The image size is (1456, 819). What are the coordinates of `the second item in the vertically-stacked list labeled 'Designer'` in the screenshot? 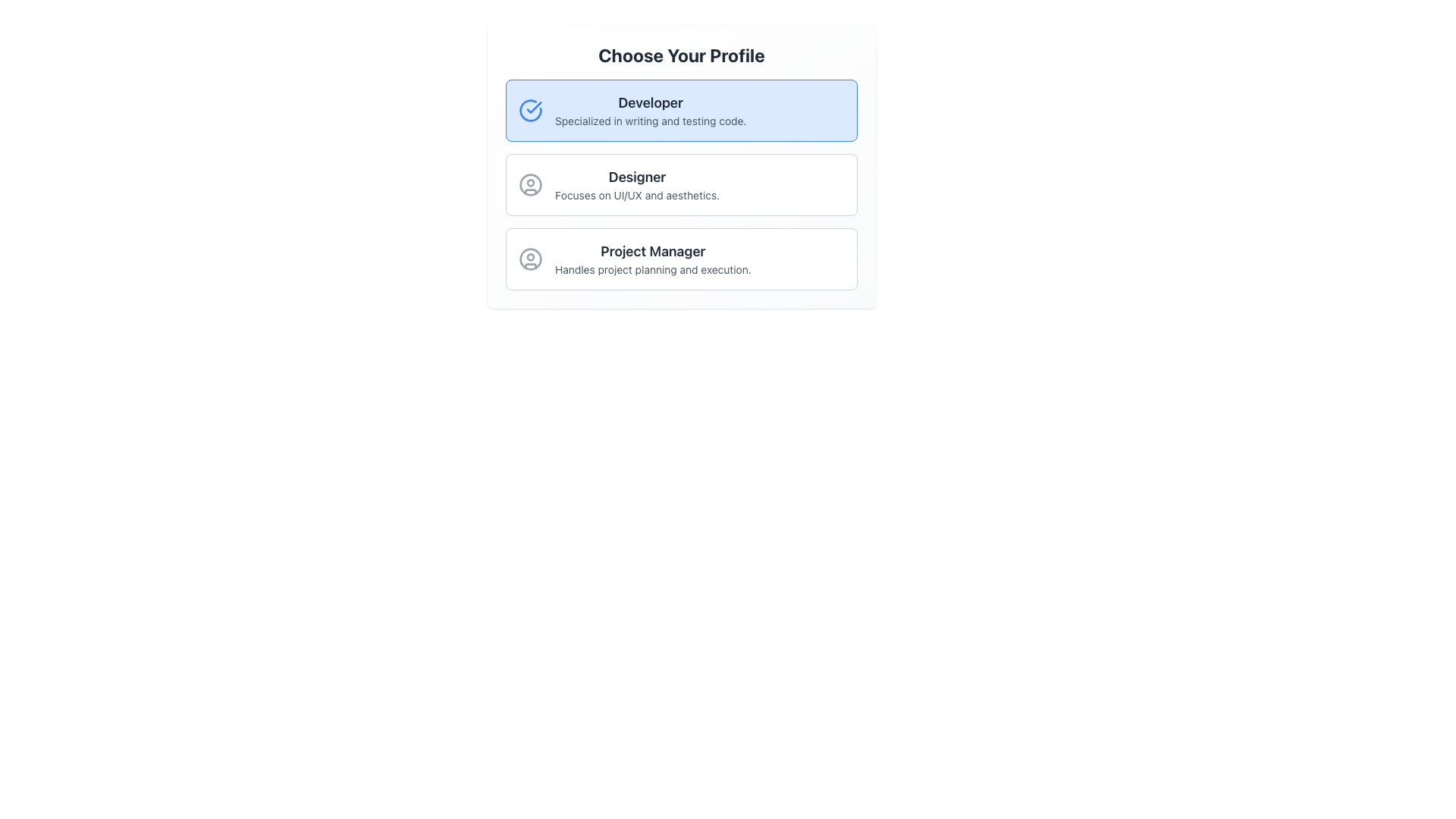 It's located at (680, 184).